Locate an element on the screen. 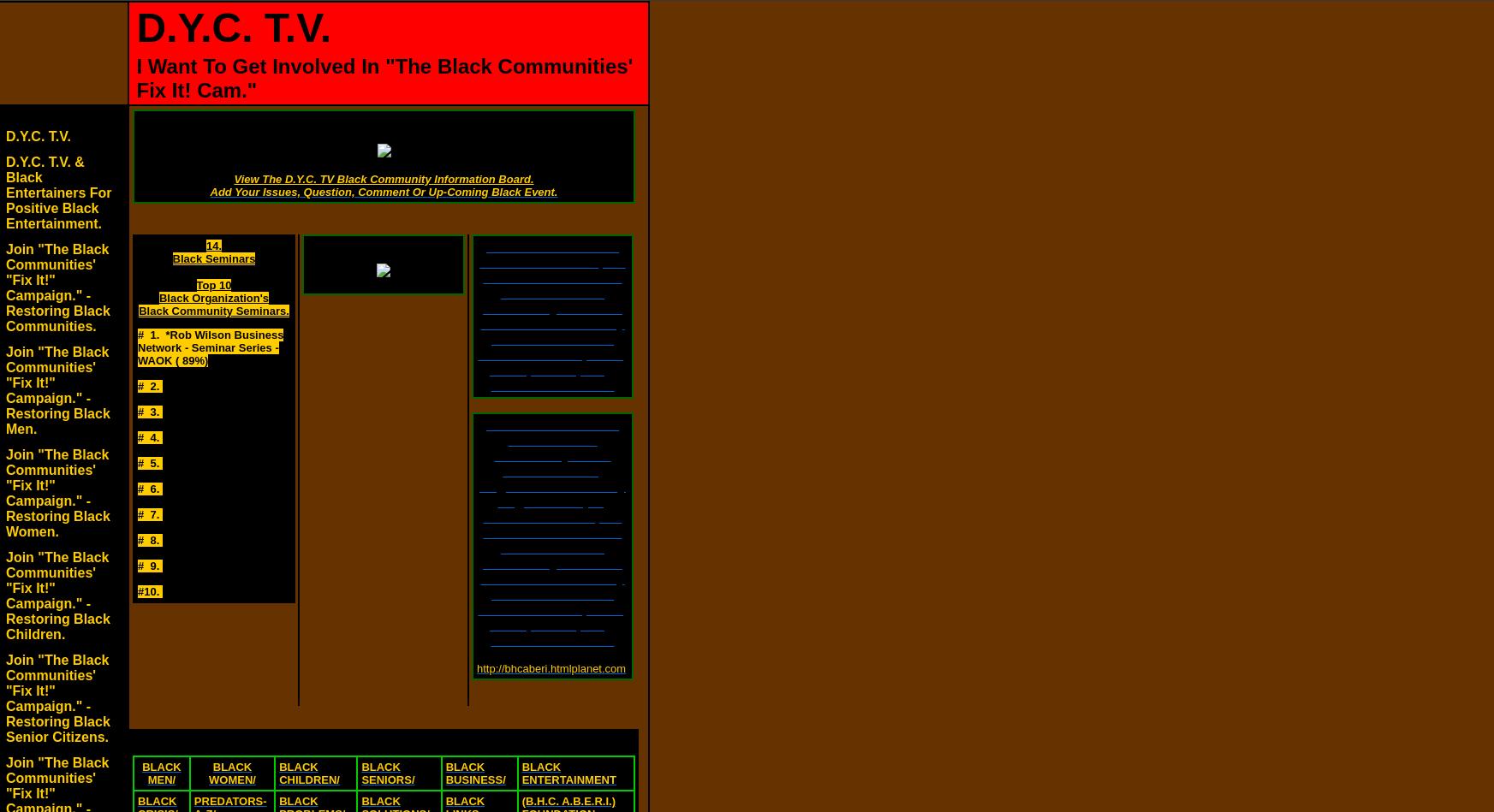 This screenshot has height=812, width=1494. 'Black Seminars' is located at coordinates (212, 258).